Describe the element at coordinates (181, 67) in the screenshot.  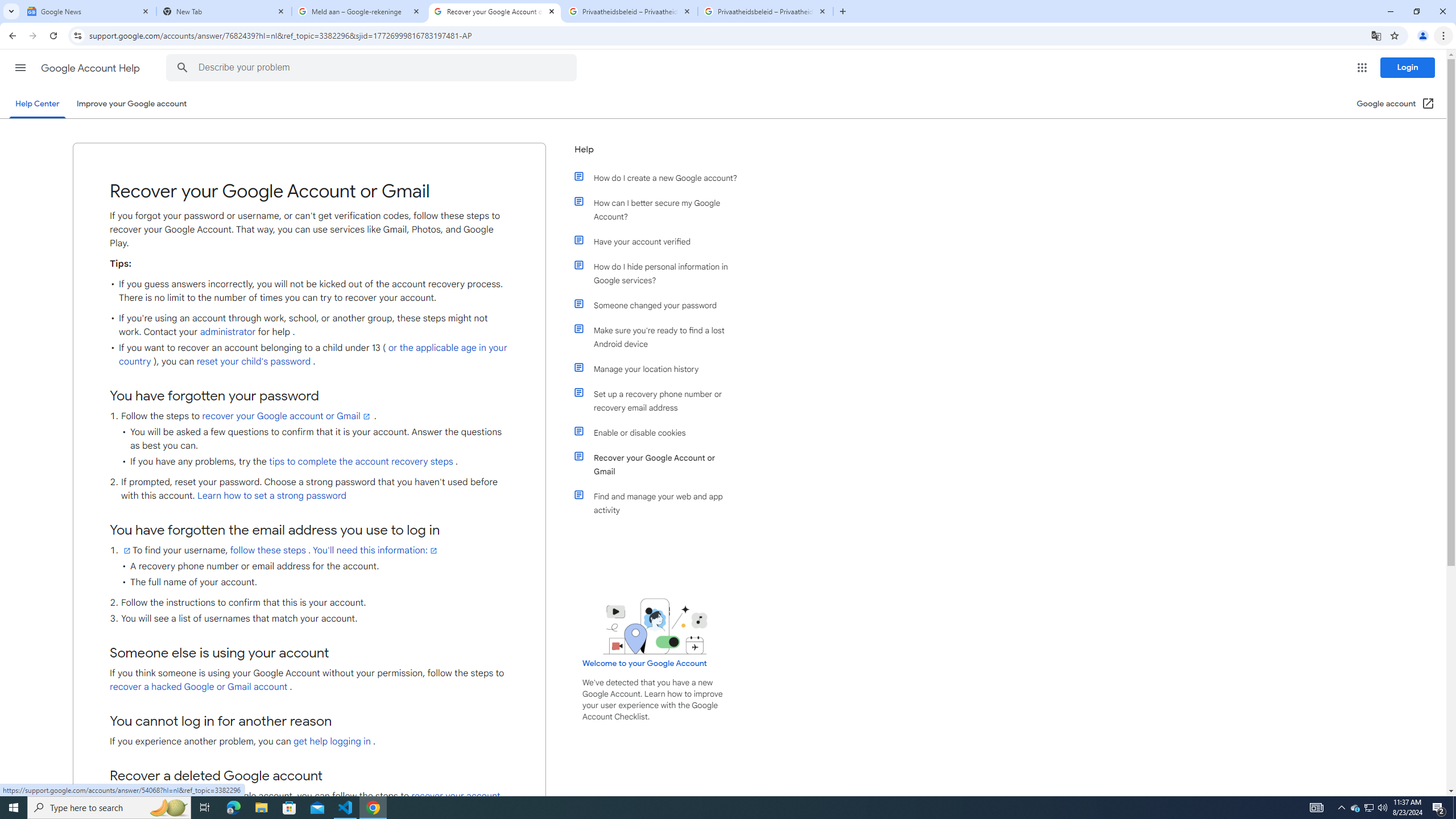
I see `'Search the Help Center'` at that location.